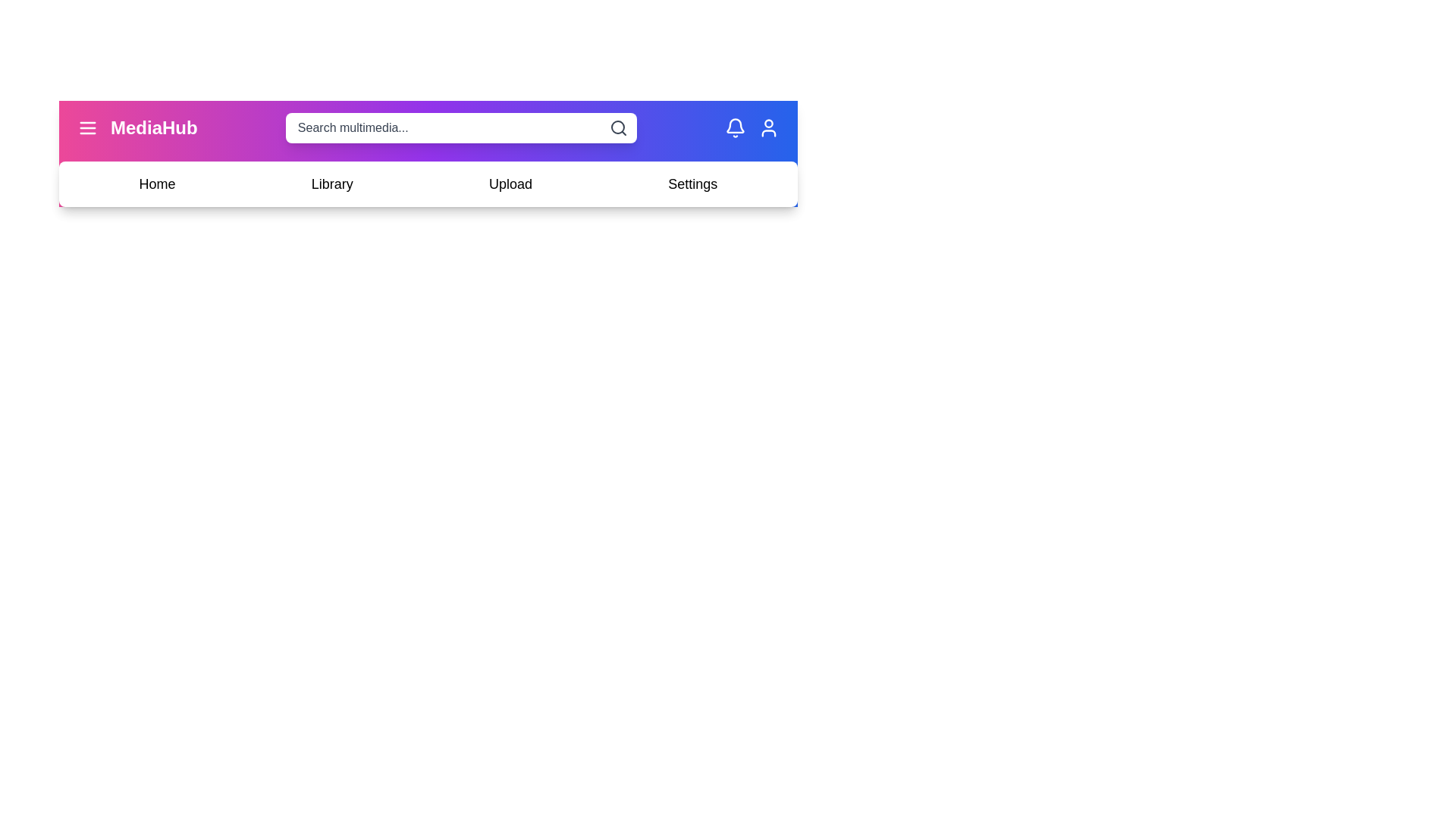 The image size is (1456, 819). Describe the element at coordinates (331, 184) in the screenshot. I see `the navigation item Library to navigate to the respective section` at that location.